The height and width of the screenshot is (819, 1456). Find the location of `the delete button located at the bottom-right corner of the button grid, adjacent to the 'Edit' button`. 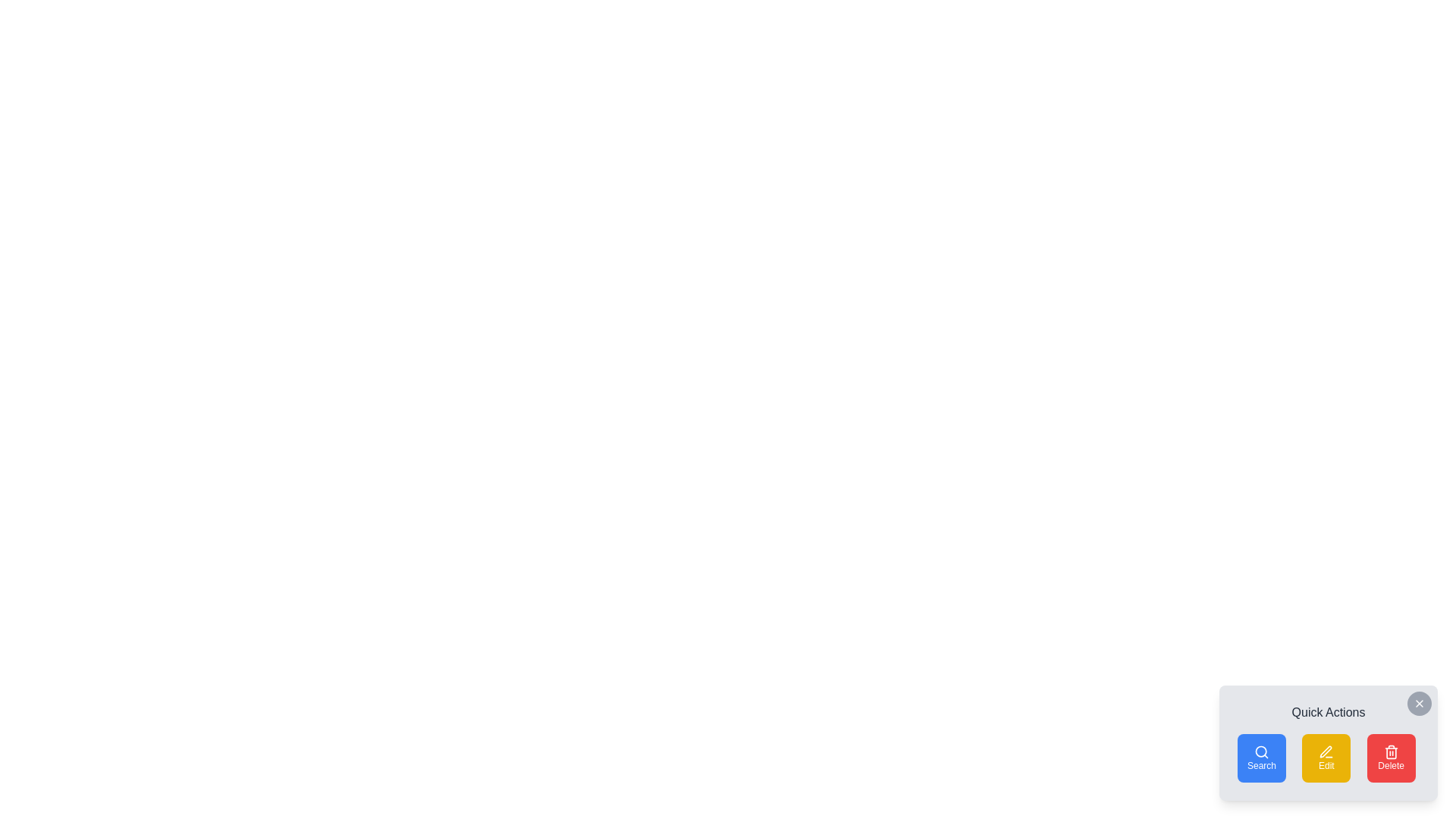

the delete button located at the bottom-right corner of the button grid, adjacent to the 'Edit' button is located at coordinates (1391, 758).